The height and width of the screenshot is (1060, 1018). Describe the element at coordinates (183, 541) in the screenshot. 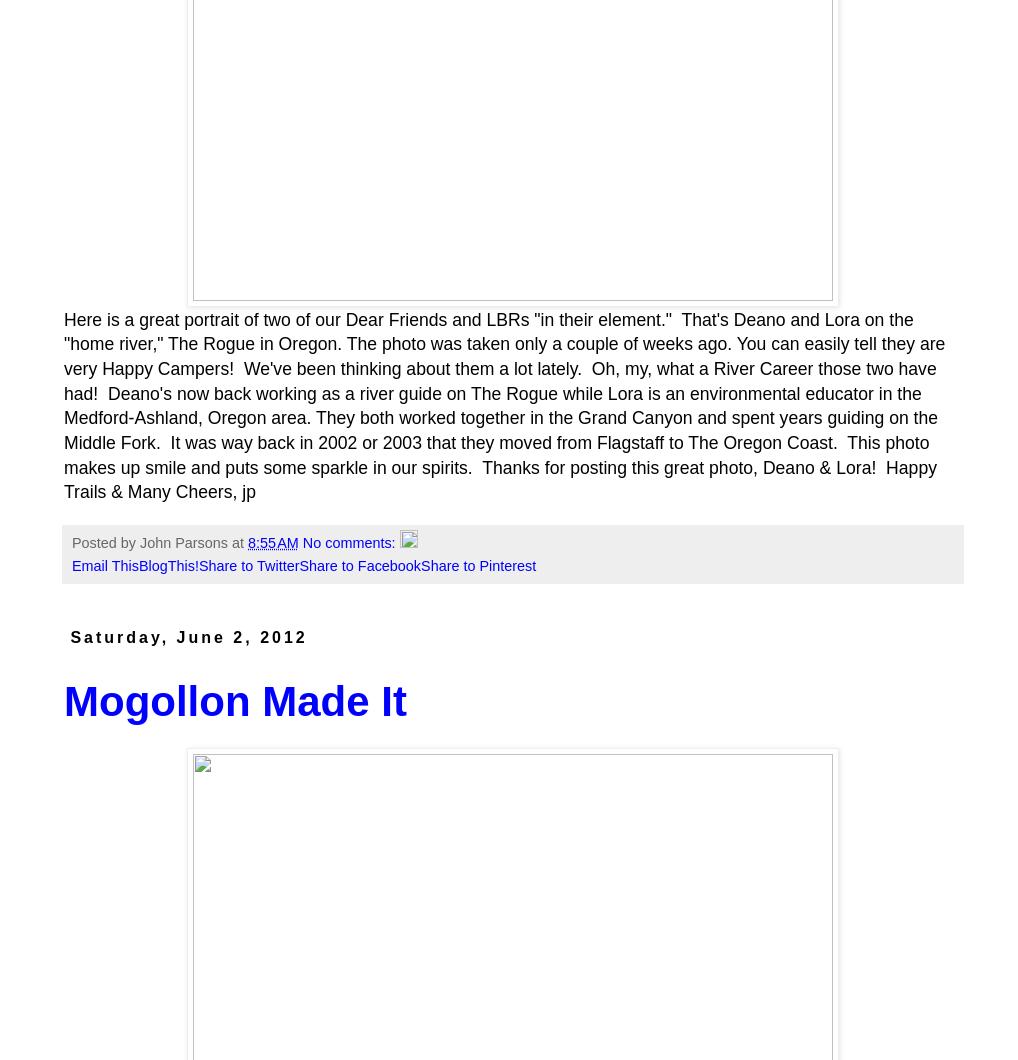

I see `'John Parsons'` at that location.